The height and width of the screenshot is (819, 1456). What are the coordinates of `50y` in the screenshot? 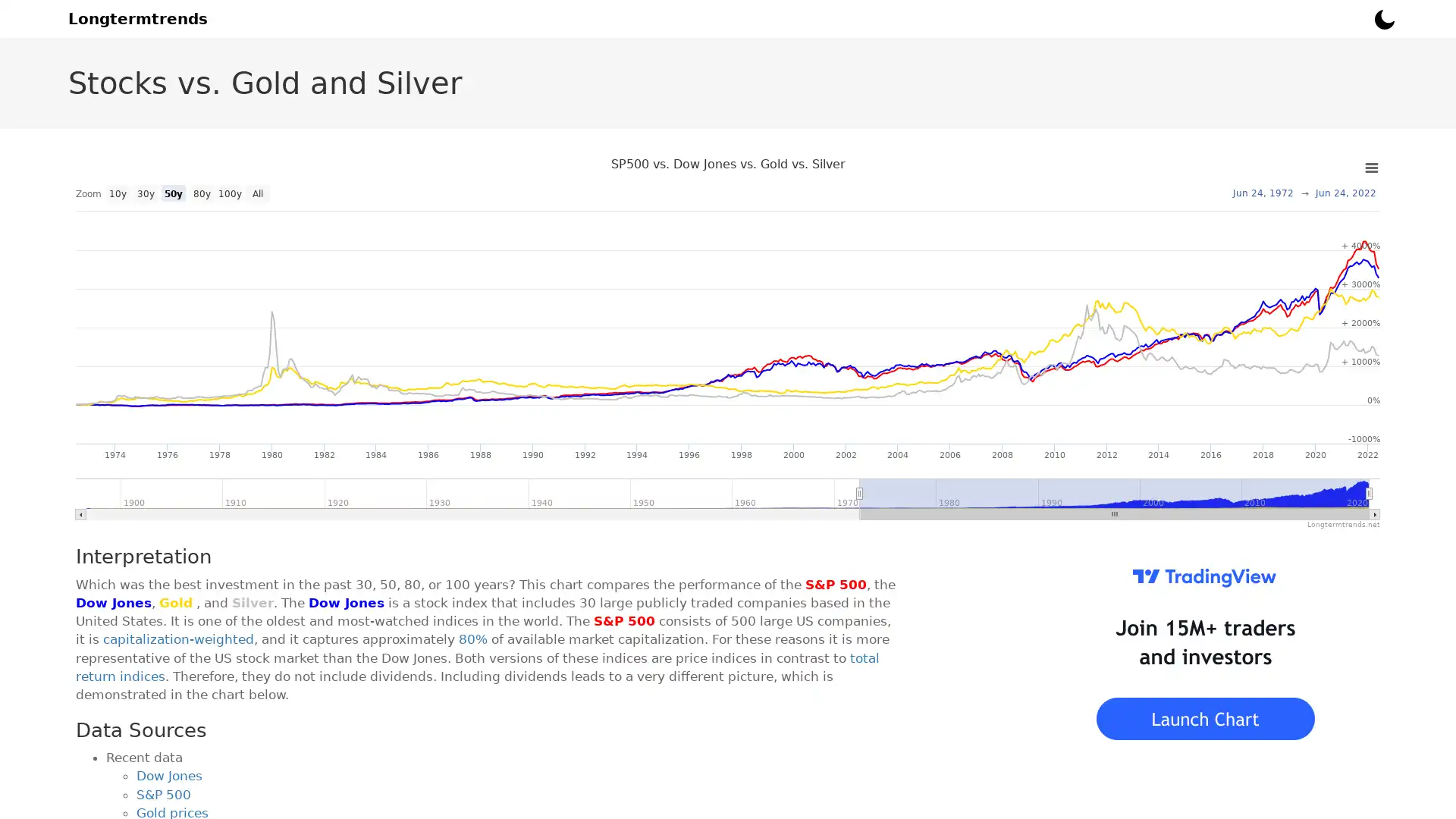 It's located at (174, 192).